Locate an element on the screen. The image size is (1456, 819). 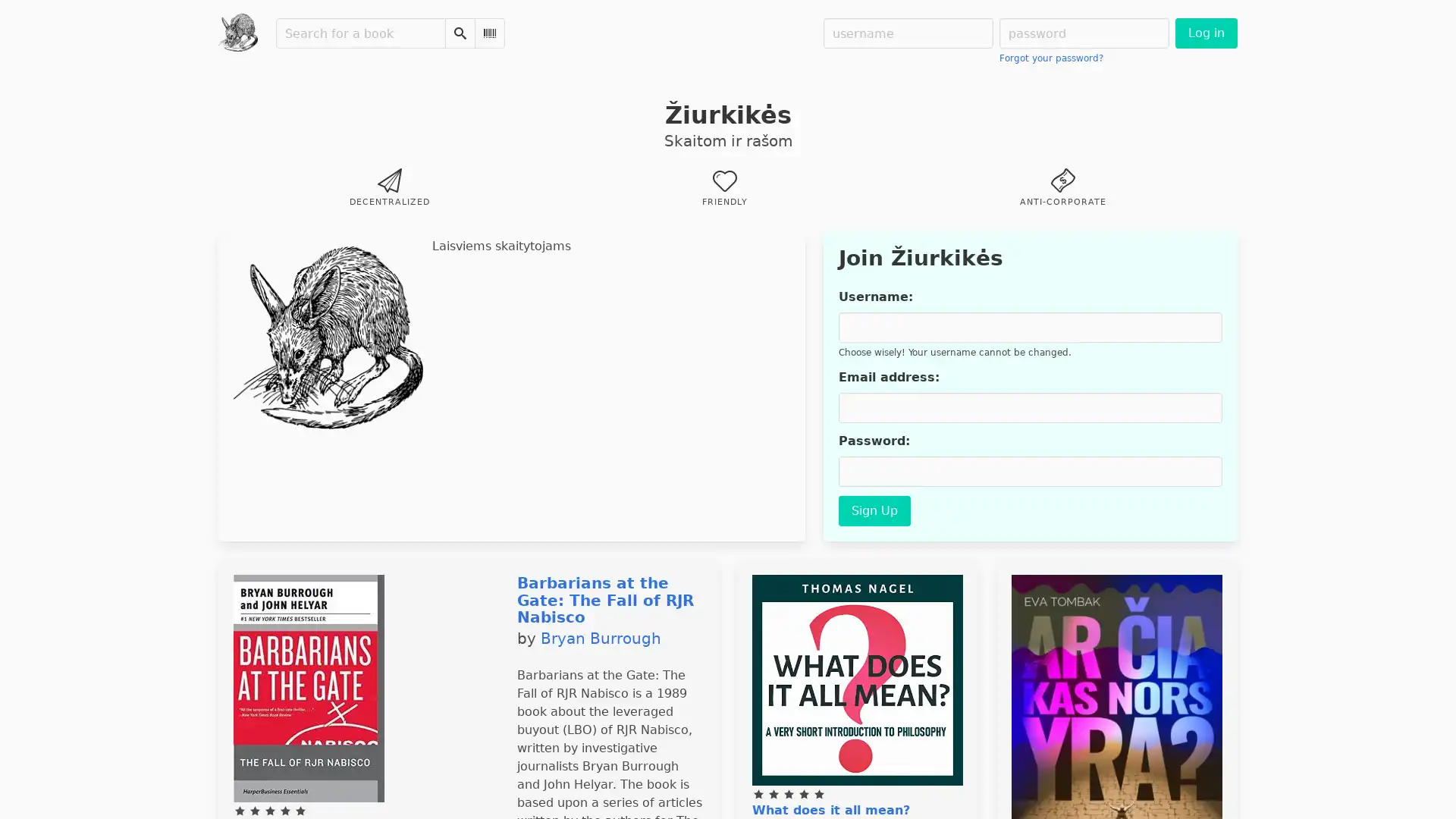
Log in is located at coordinates (1204, 33).